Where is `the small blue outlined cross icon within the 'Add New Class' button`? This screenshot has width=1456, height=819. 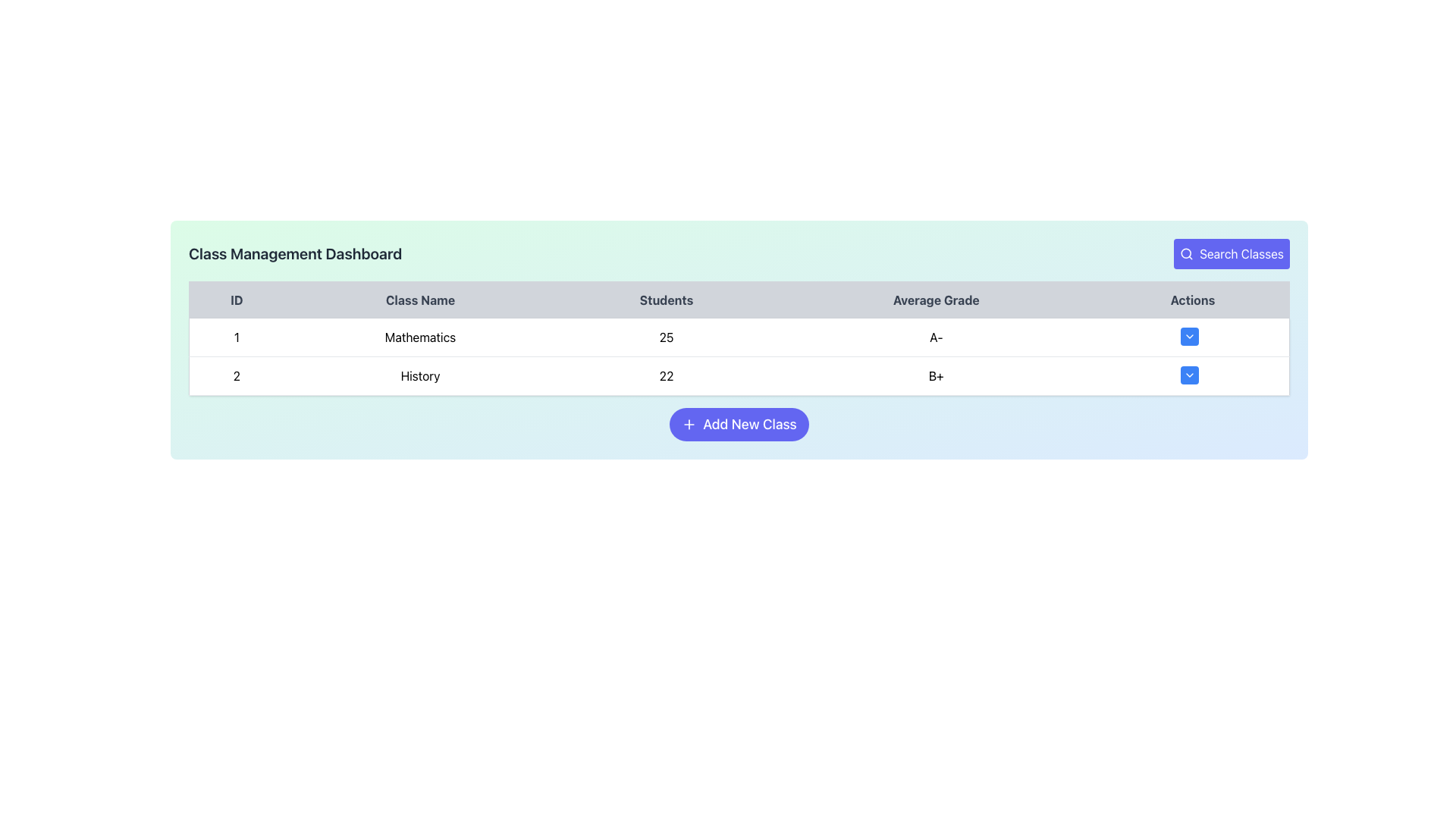
the small blue outlined cross icon within the 'Add New Class' button is located at coordinates (688, 424).